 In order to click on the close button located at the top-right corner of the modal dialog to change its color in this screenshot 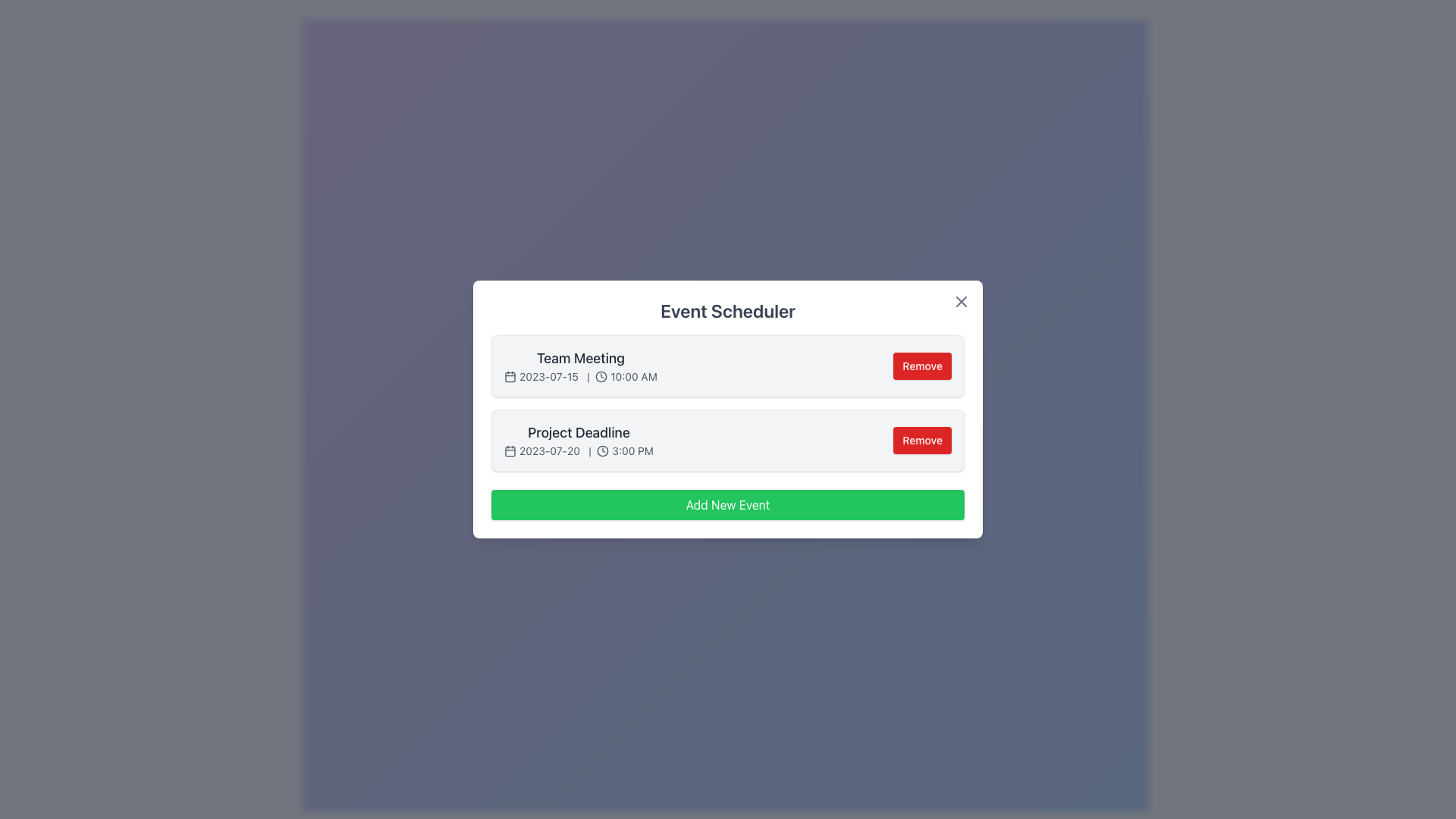, I will do `click(960, 301)`.